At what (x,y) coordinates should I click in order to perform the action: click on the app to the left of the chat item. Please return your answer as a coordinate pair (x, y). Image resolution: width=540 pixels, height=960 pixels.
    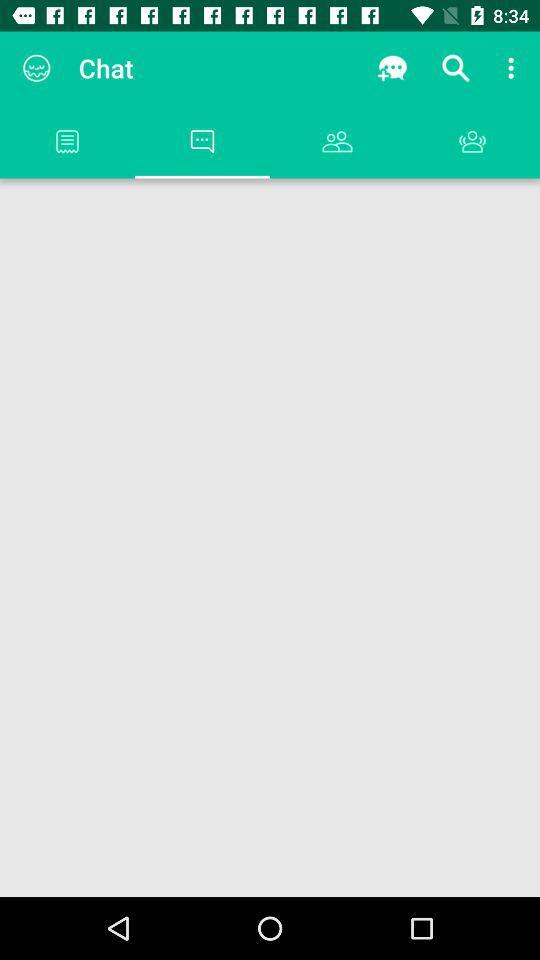
    Looking at the image, I should click on (36, 68).